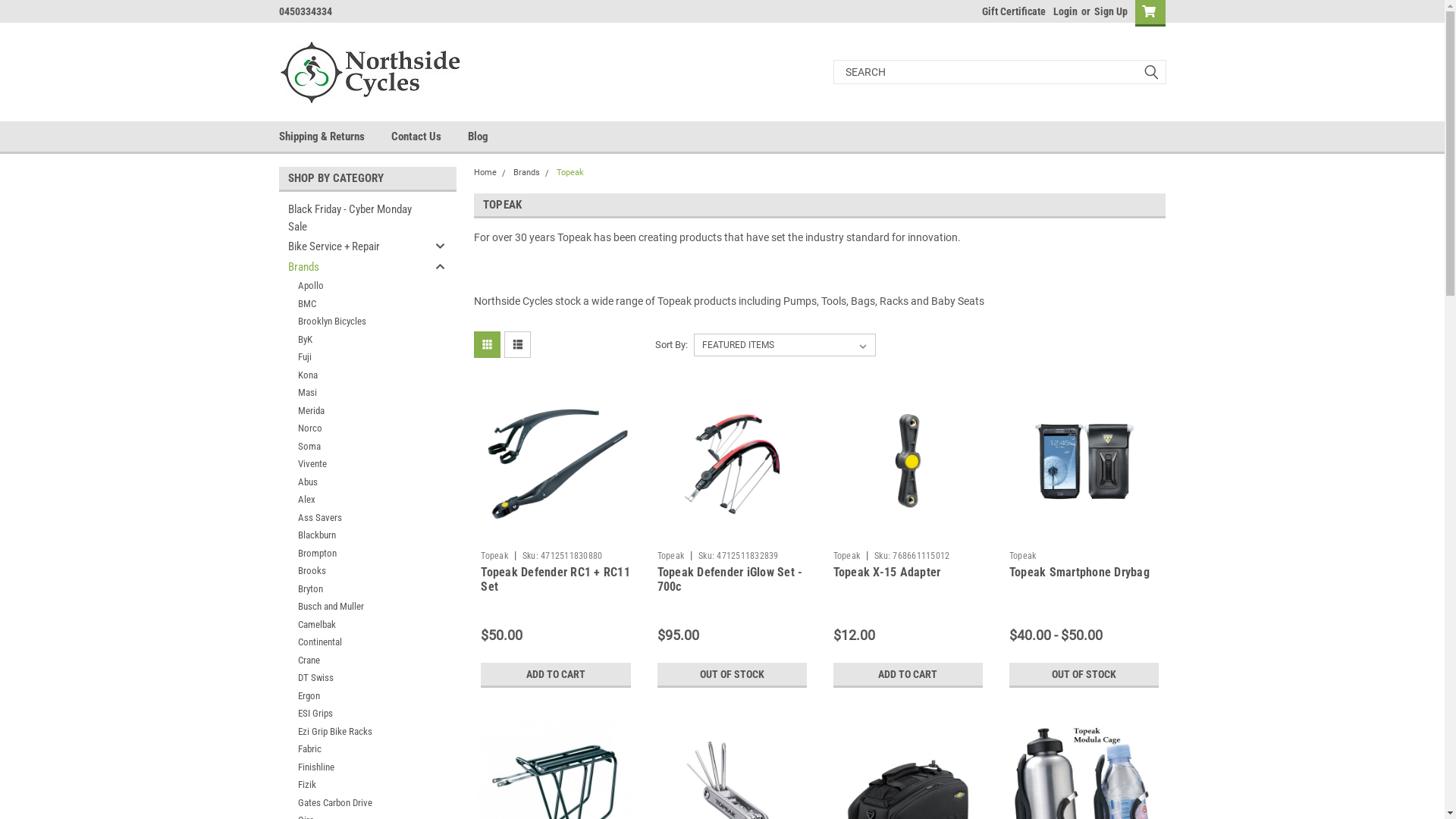  I want to click on 'Topeak X-15 Adapter', so click(908, 460).